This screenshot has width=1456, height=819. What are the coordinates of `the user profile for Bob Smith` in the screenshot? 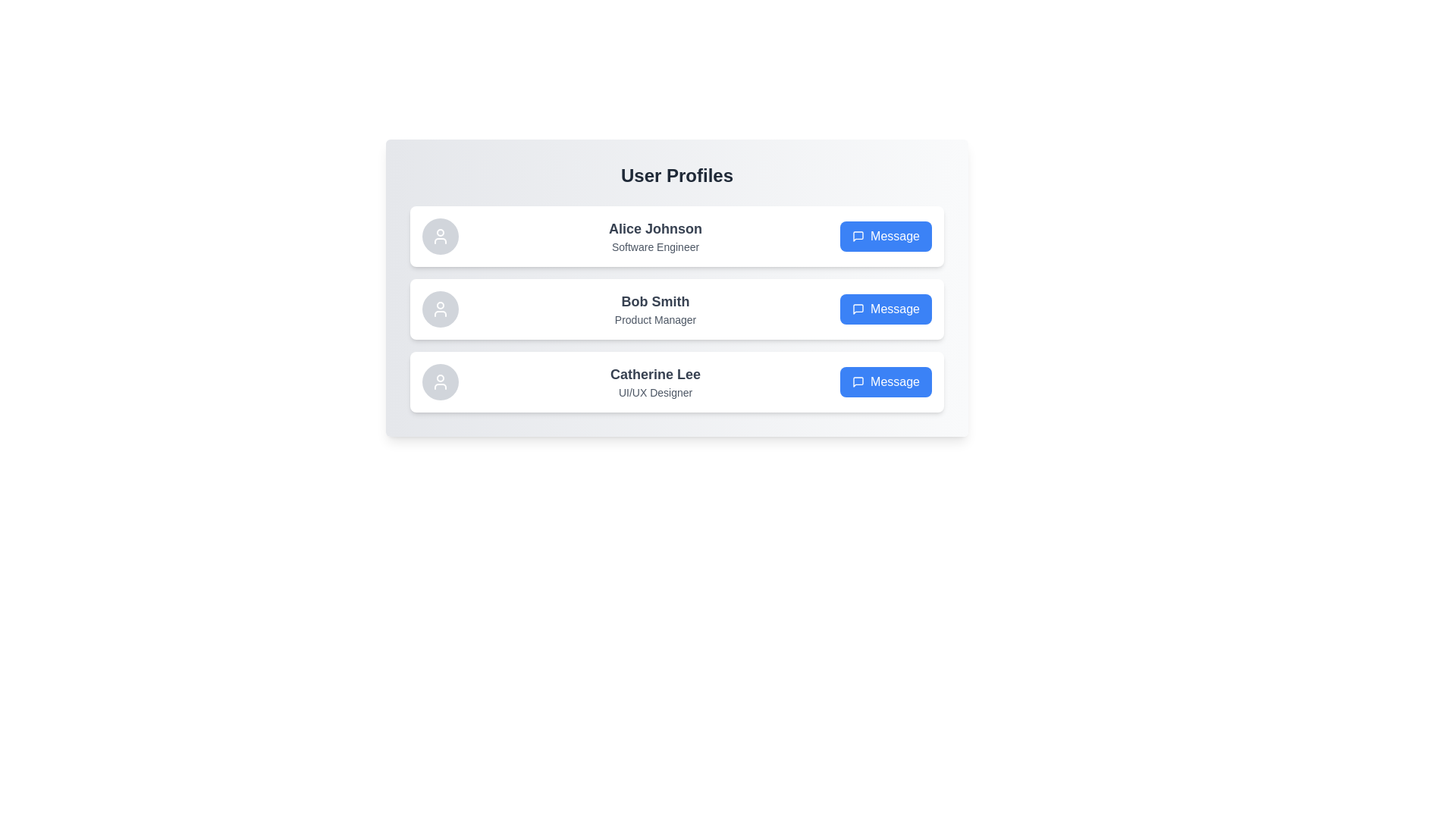 It's located at (676, 309).